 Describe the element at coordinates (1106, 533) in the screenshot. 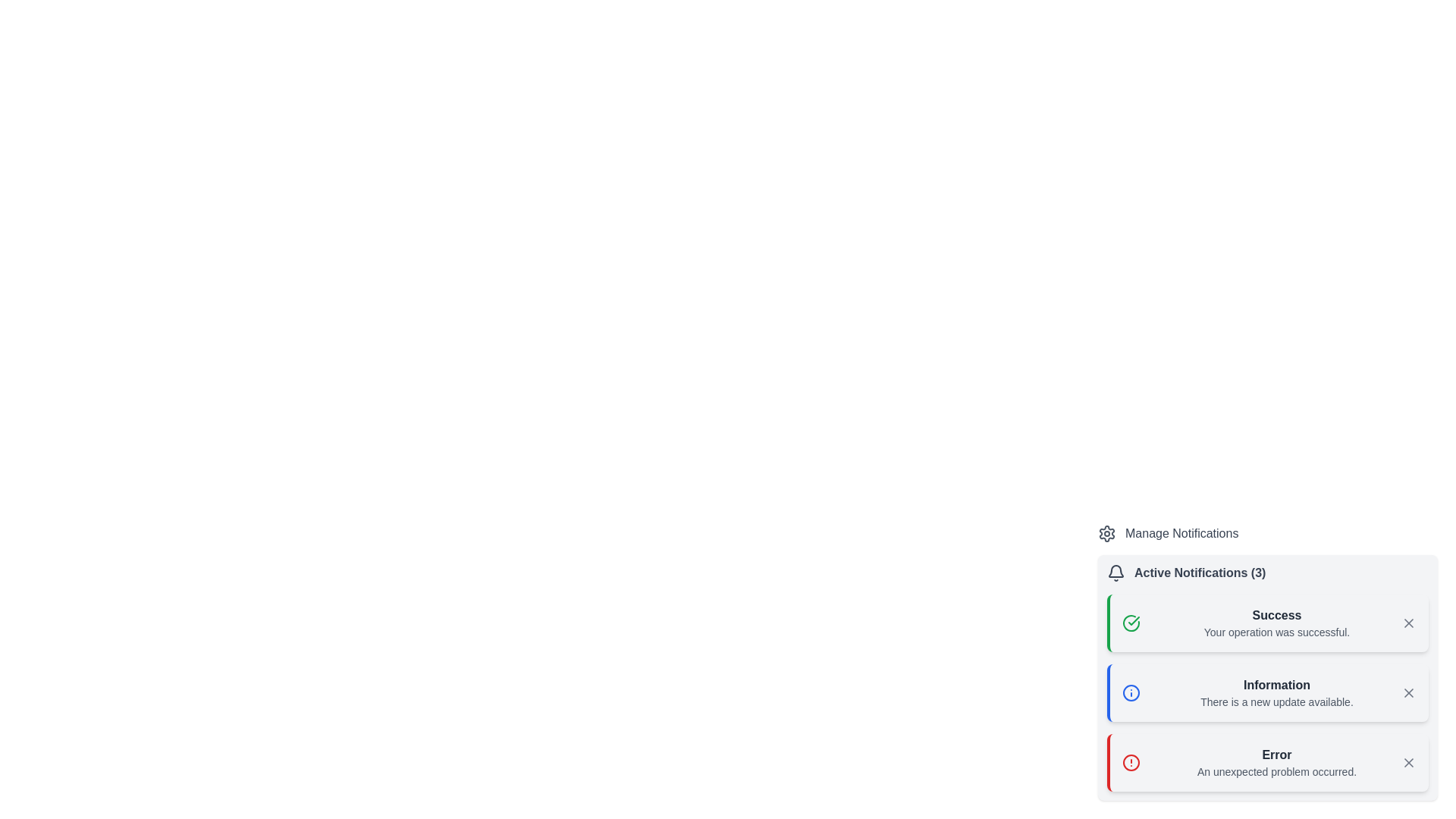

I see `the cogwheel icon, which has a gray outline and indicates settings functionality` at that location.